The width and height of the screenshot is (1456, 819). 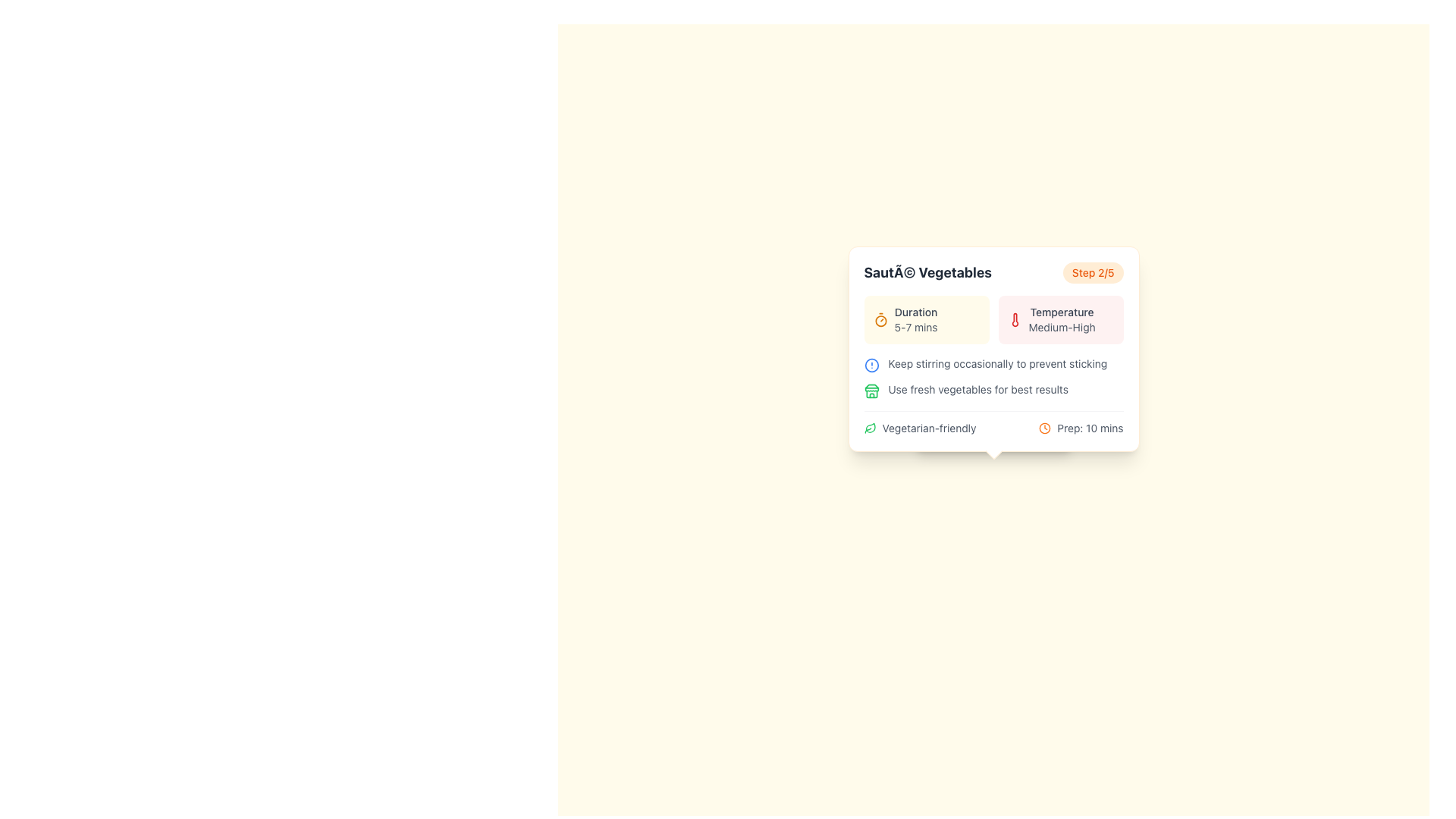 I want to click on the progress label indicating step 2 out of 5 on the card labeled 'Sauté Vegetables', located in the top-right corner of the card, so click(x=1093, y=271).